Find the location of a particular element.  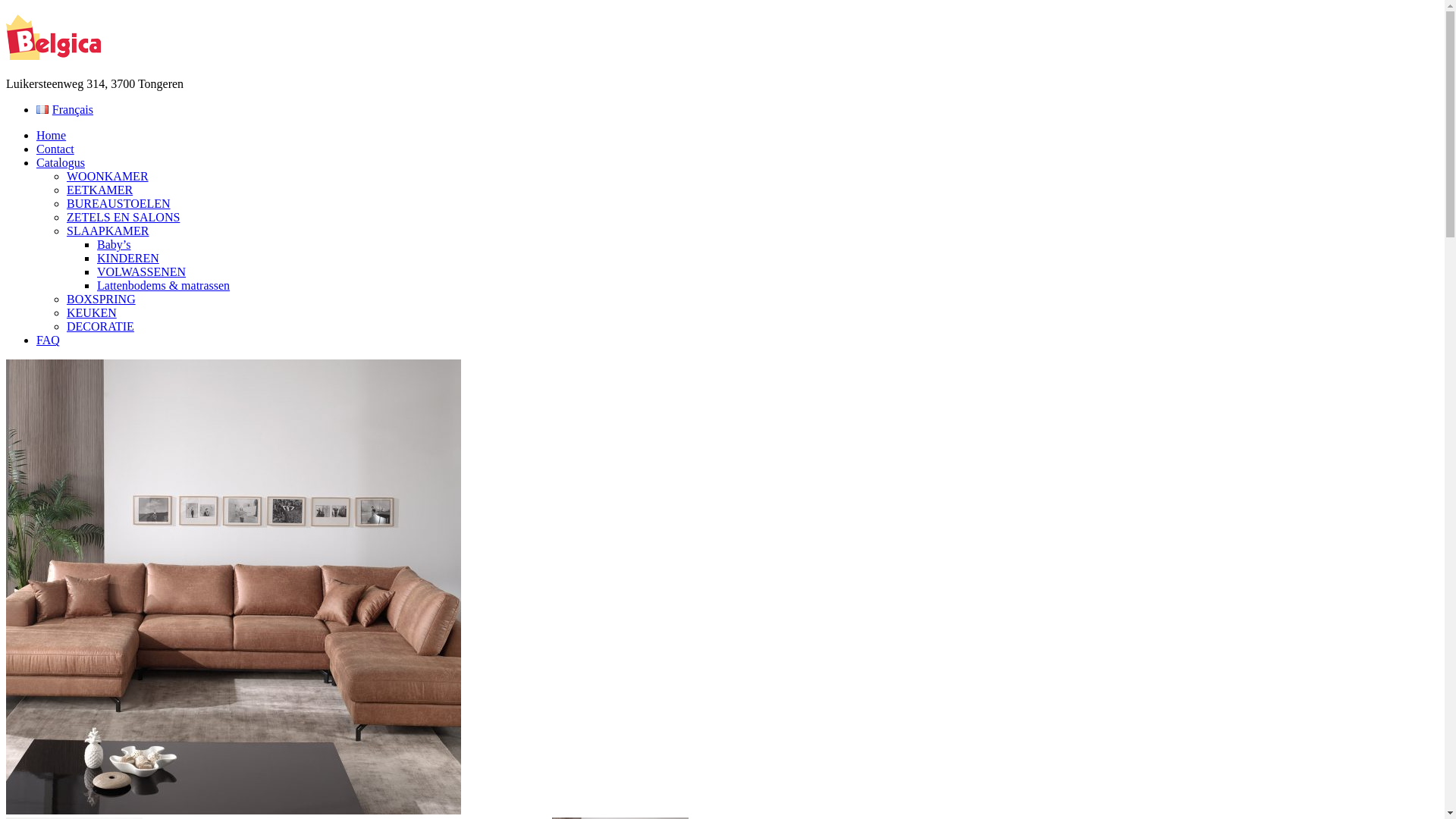

'BUREAUSTOELEN' is located at coordinates (118, 202).